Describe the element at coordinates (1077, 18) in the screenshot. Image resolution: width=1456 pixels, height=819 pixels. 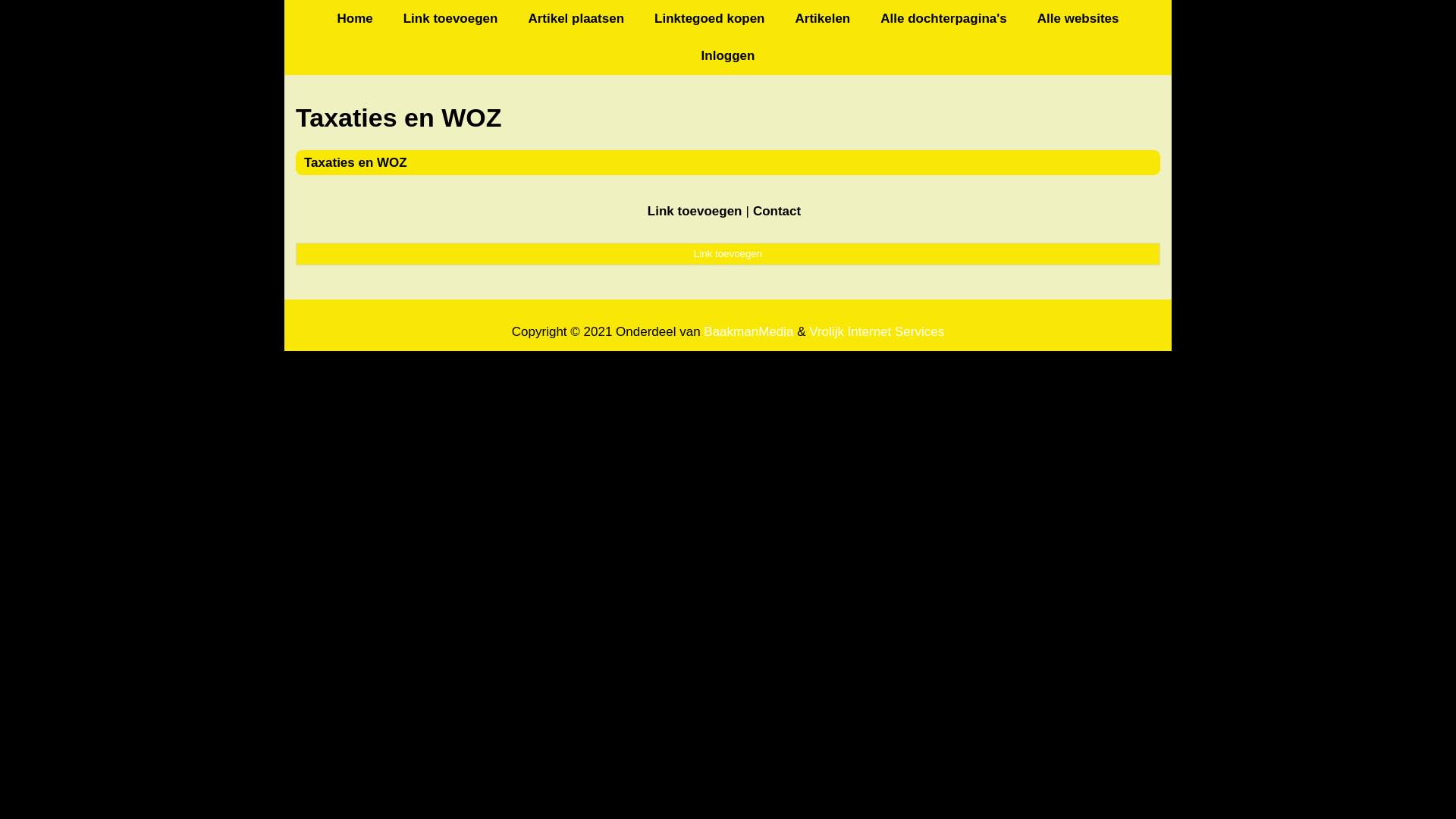
I see `'Alle websites'` at that location.